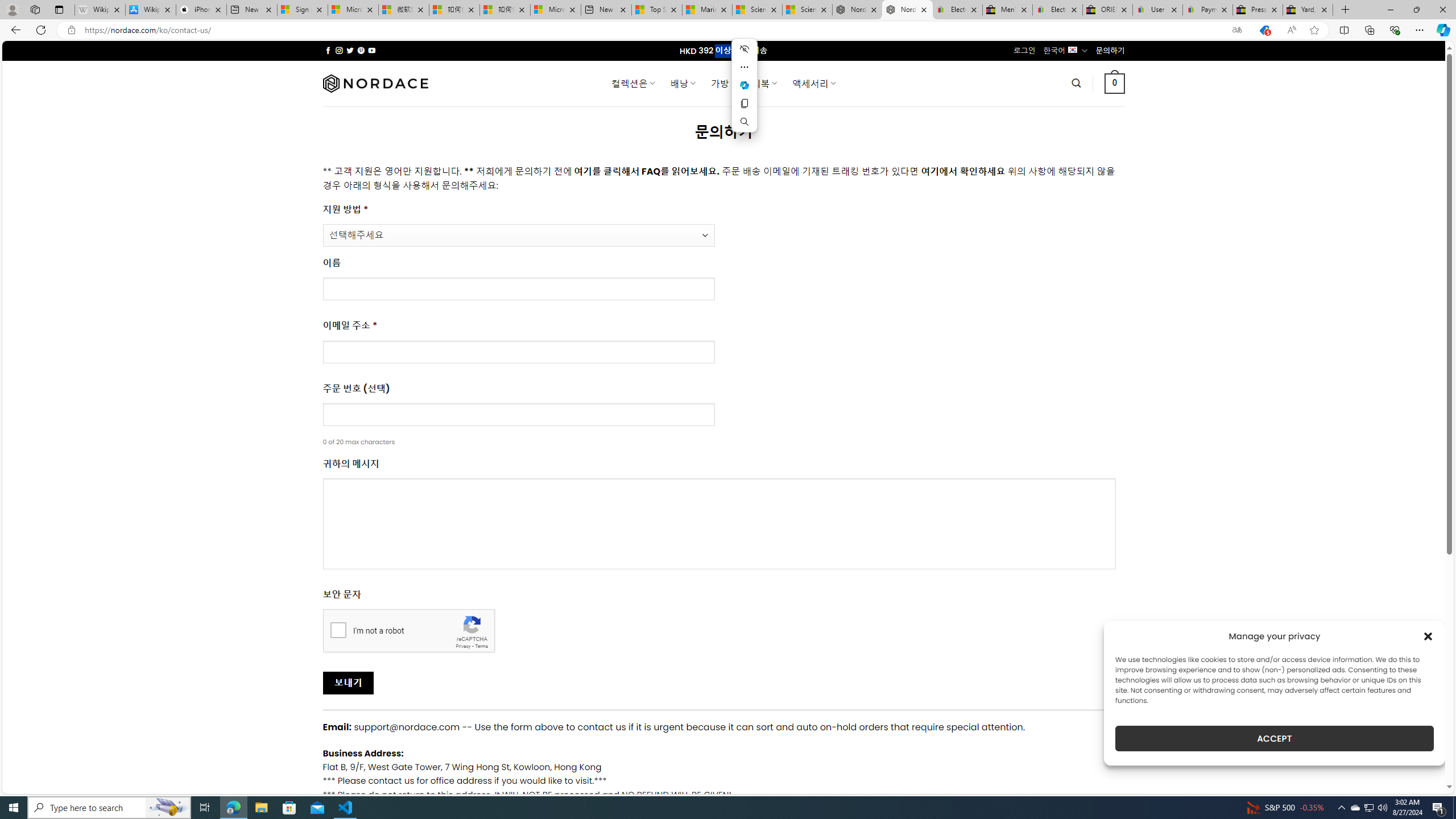 The width and height of the screenshot is (1456, 819). Describe the element at coordinates (1428, 636) in the screenshot. I see `'Class: cmplz-close'` at that location.